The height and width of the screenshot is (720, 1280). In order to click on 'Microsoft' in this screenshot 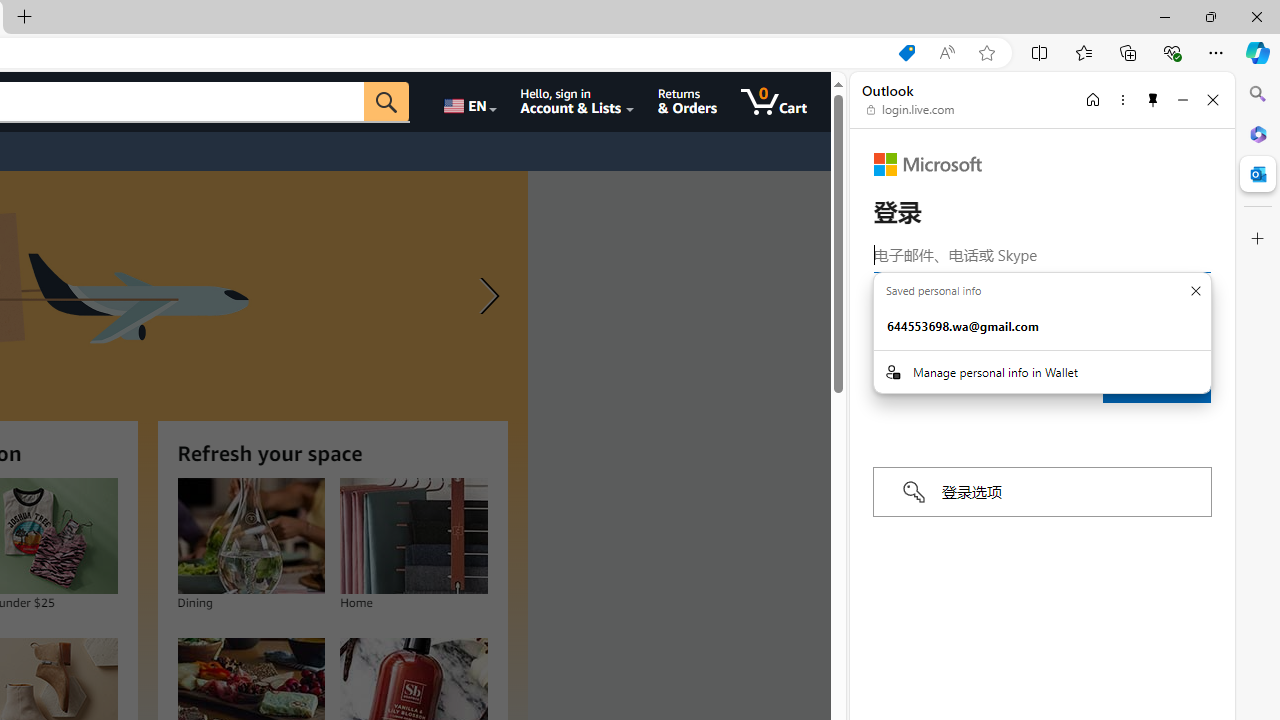, I will do `click(927, 163)`.